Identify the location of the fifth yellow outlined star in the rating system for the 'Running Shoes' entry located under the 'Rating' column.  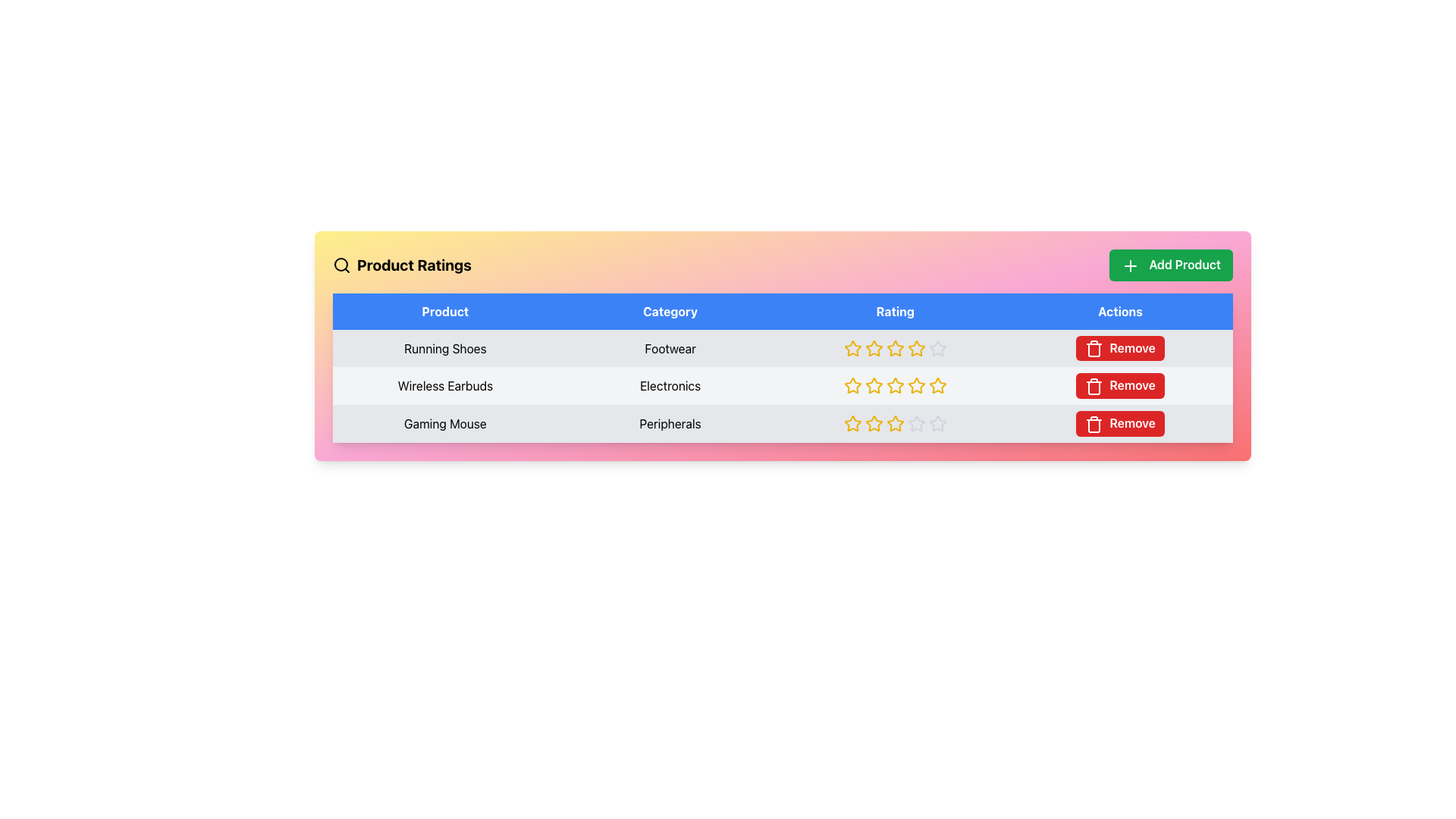
(915, 348).